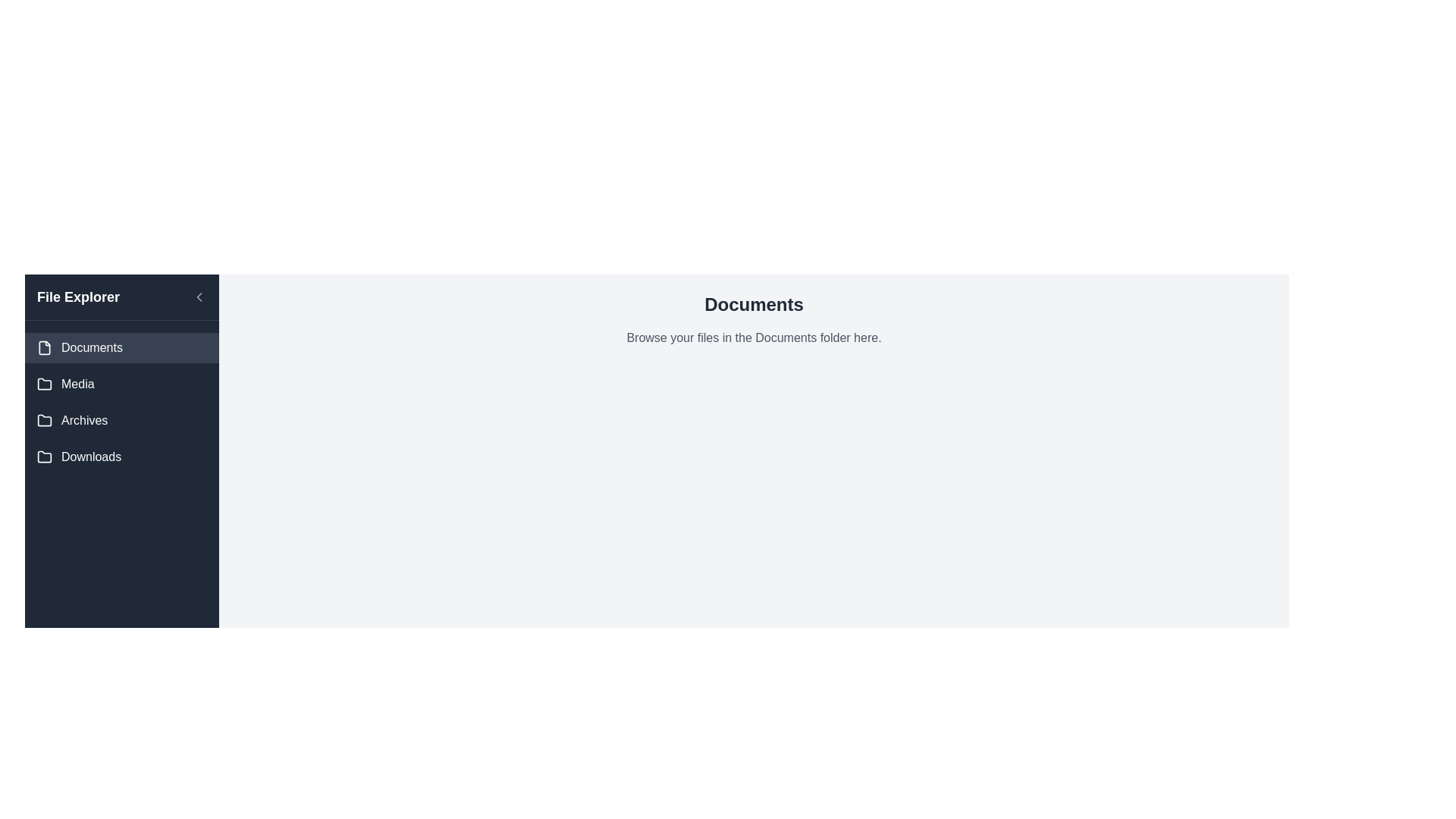 This screenshot has height=819, width=1456. I want to click on the folder icon in the vertical navigation menu under the 'File Explorer' section, so click(44, 383).